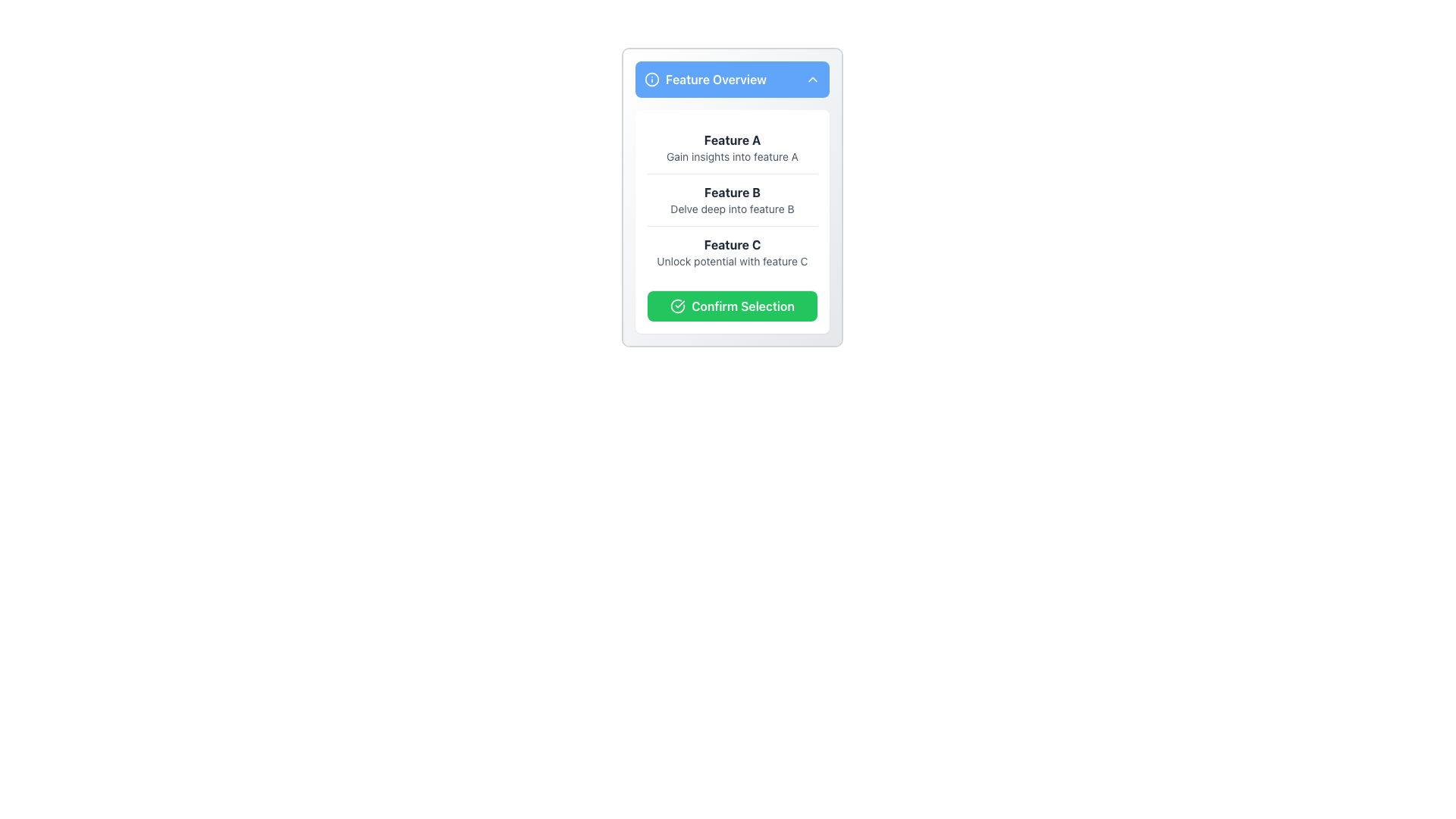  What do you see at coordinates (732, 305) in the screenshot?
I see `the confirm selection button located at the bottom of the card layout` at bounding box center [732, 305].